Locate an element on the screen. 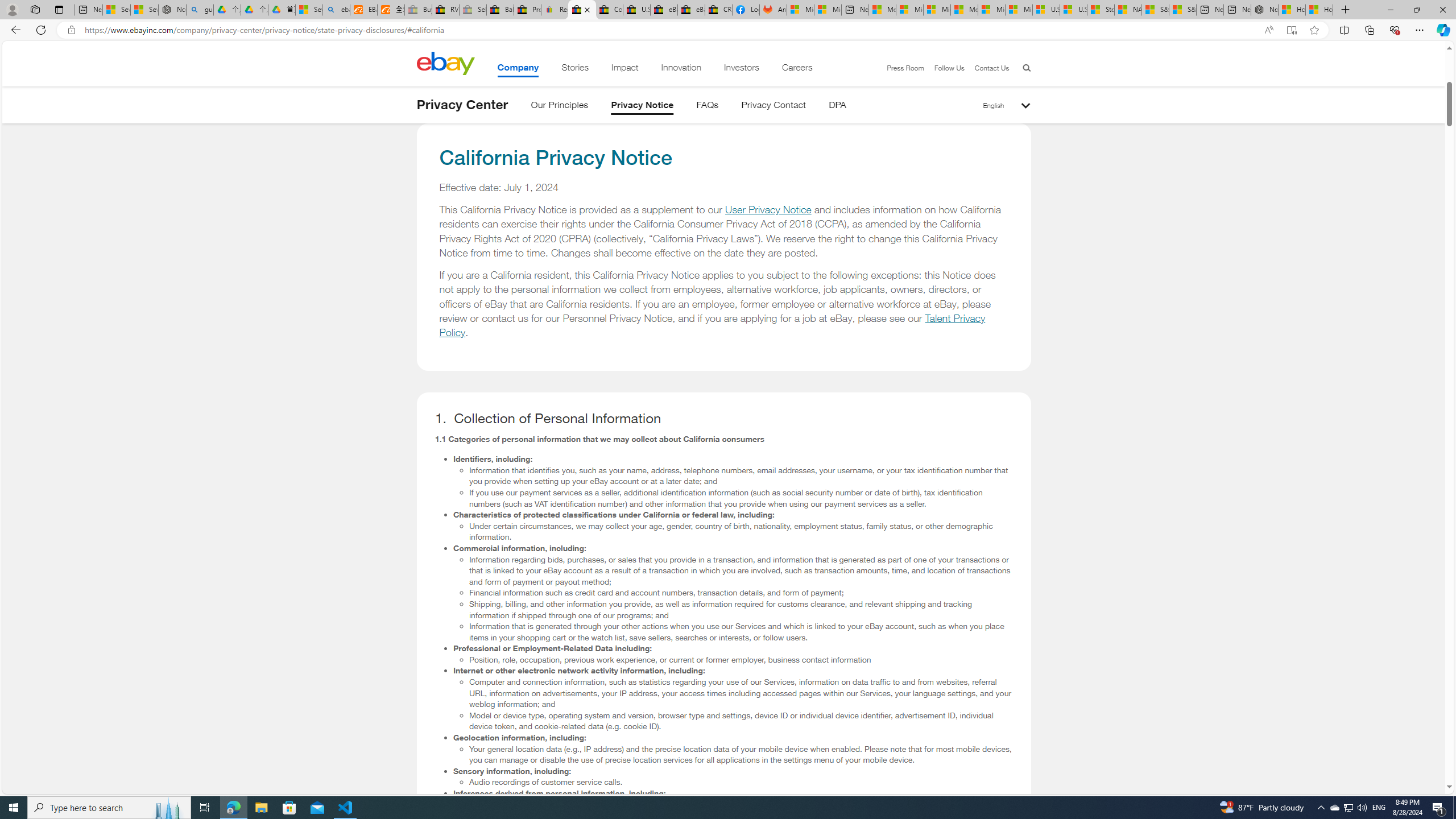 The width and height of the screenshot is (1456, 819). 'Privacy Notice' is located at coordinates (642, 106).